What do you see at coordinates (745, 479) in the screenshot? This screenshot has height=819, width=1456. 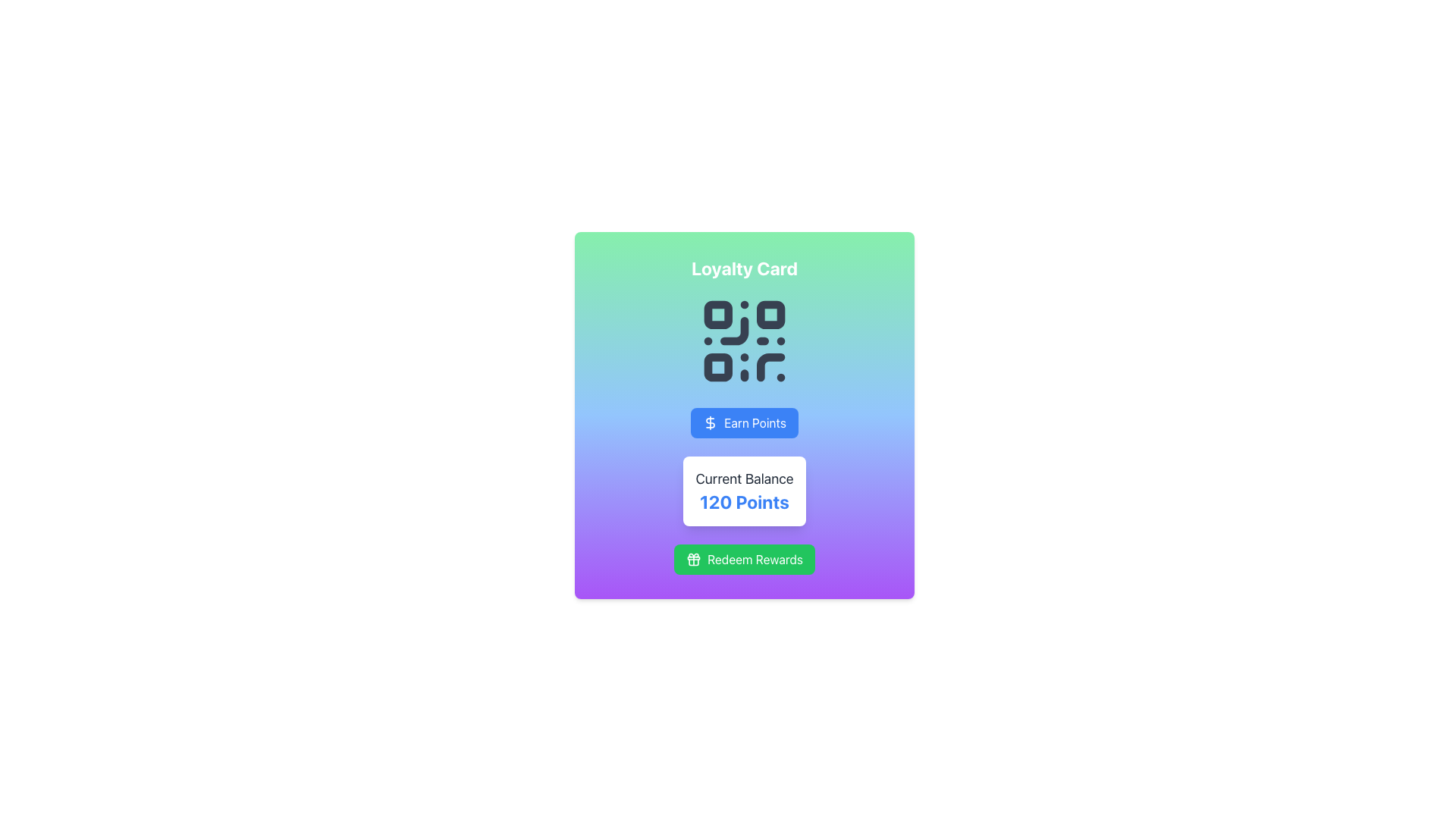 I see `the 'Current Balance' text display element, which is the upper text within a small white card showing '120 Points'` at bounding box center [745, 479].